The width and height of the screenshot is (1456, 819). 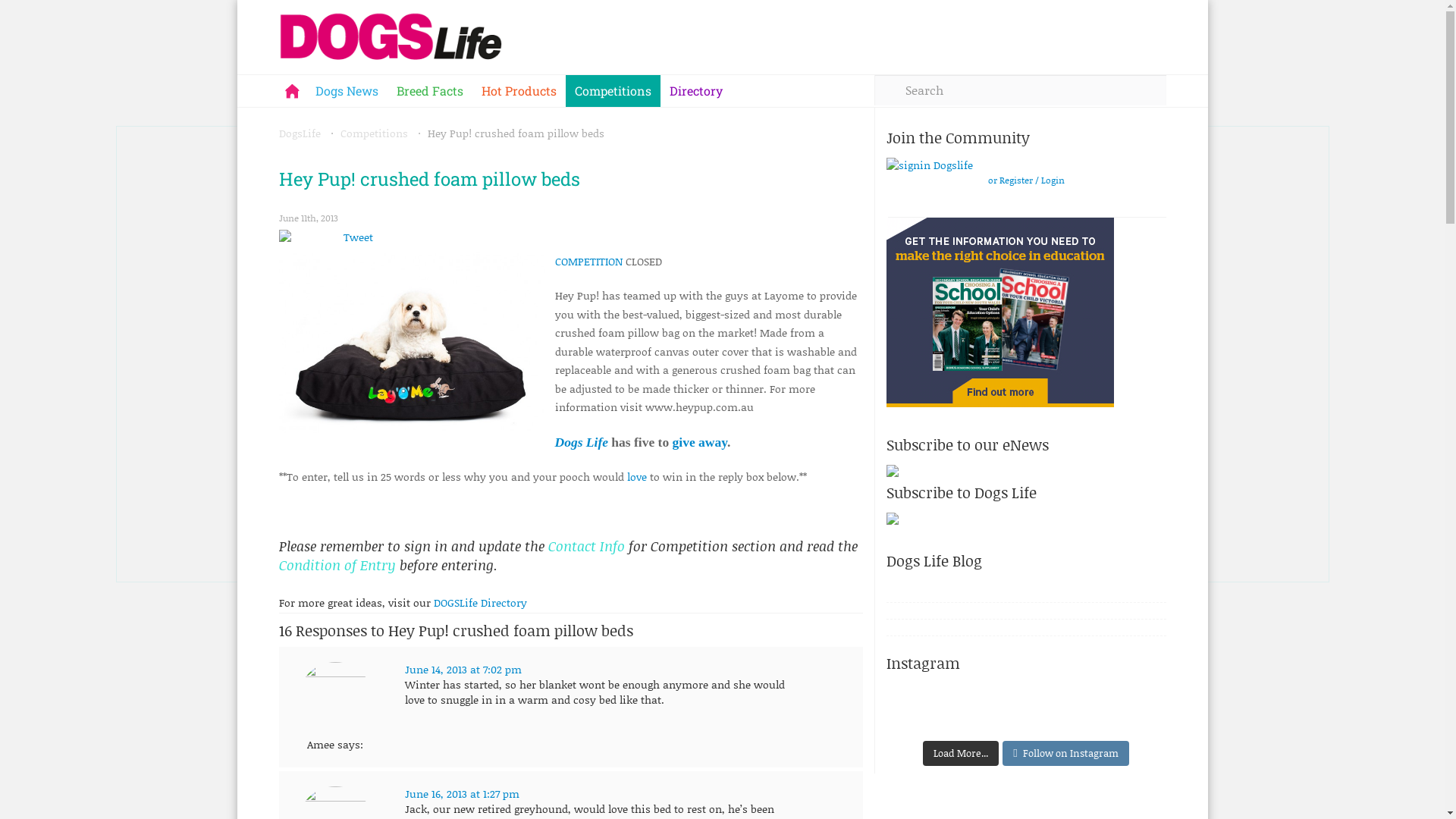 I want to click on 'DOGSLife Directory', so click(x=479, y=601).